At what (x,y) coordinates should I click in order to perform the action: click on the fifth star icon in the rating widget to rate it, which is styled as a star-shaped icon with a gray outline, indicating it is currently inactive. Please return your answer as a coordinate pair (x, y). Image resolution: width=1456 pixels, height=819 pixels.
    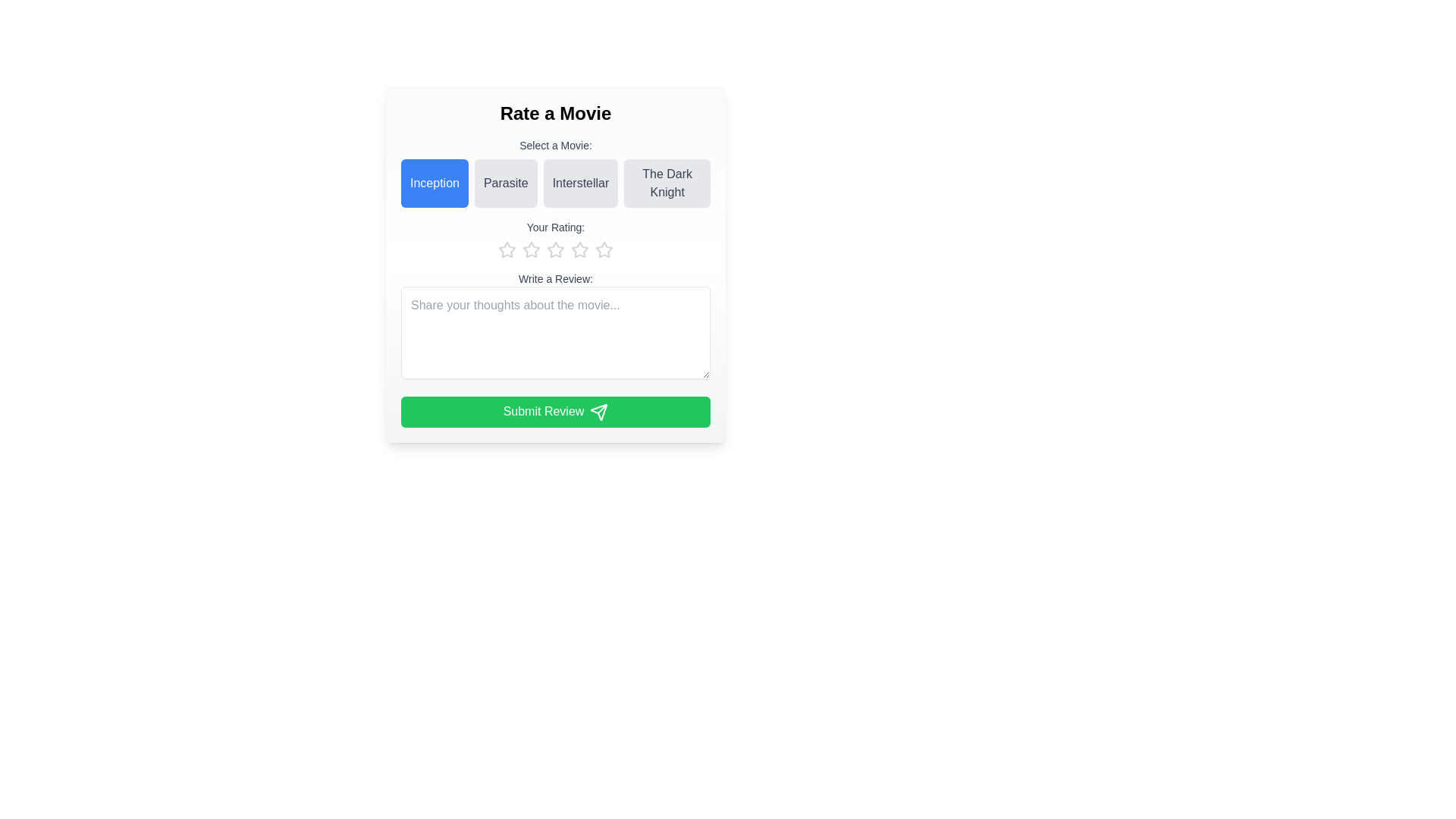
    Looking at the image, I should click on (603, 249).